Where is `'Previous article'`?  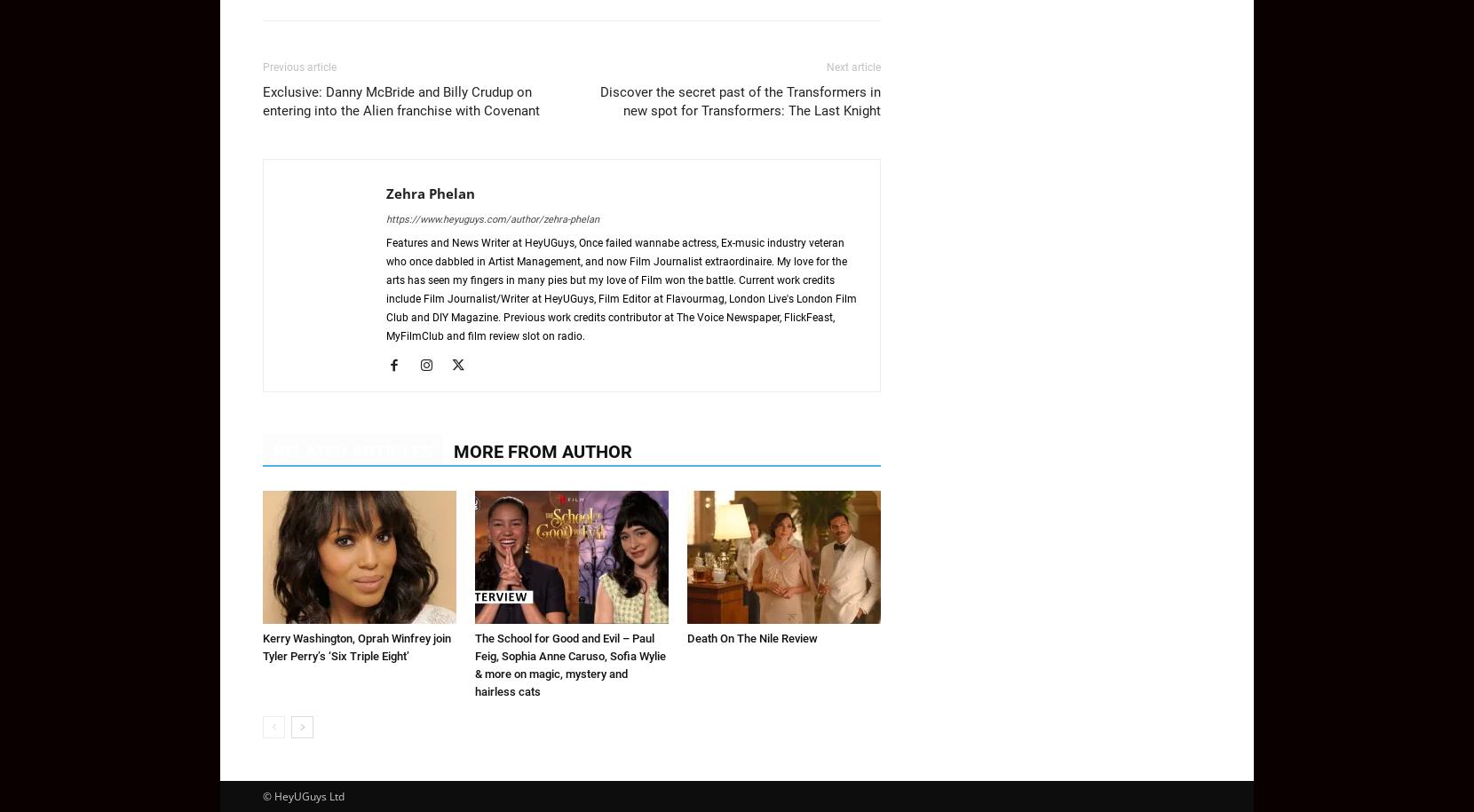
'Previous article' is located at coordinates (261, 67).